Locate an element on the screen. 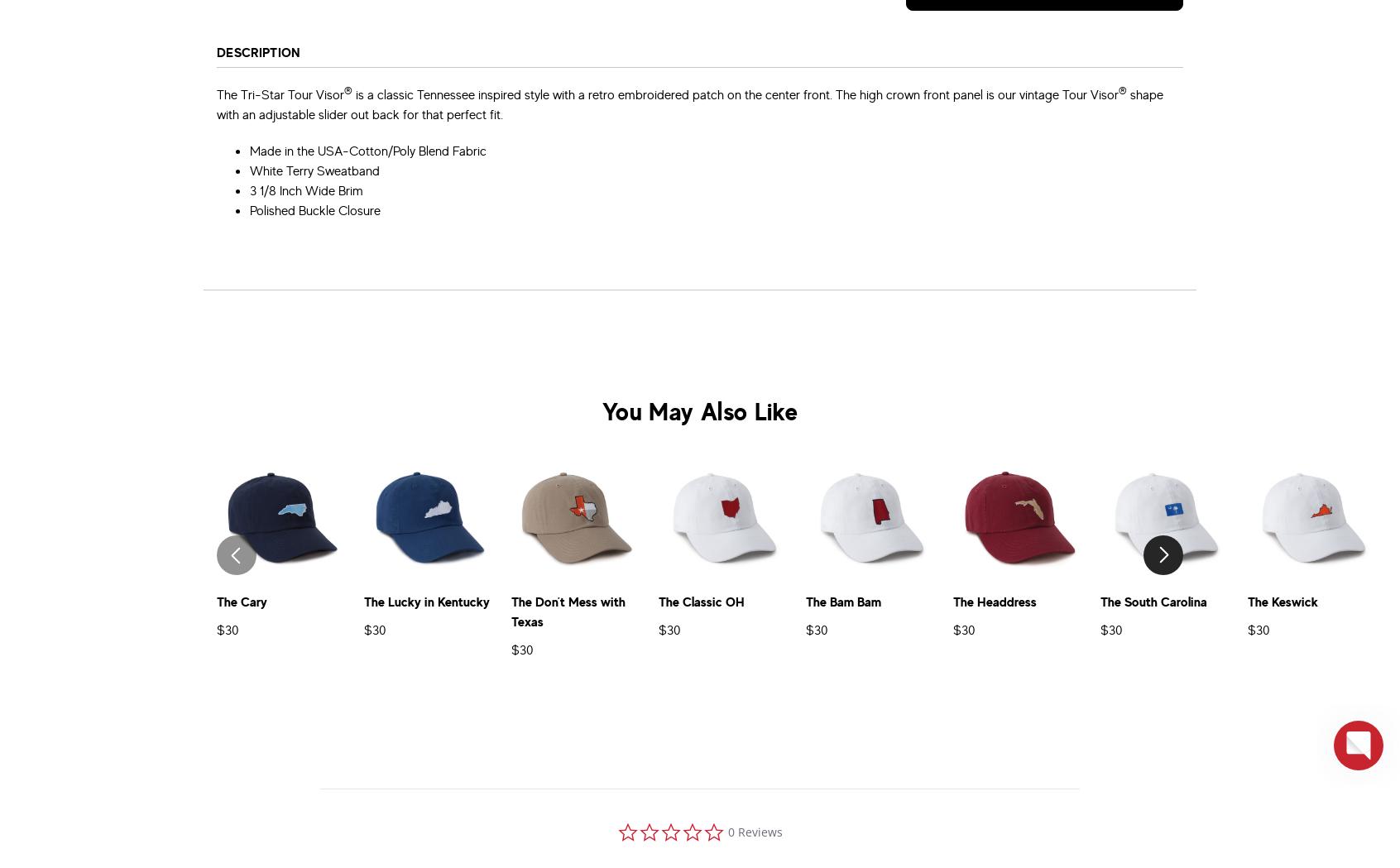  'The Cary' is located at coordinates (241, 601).